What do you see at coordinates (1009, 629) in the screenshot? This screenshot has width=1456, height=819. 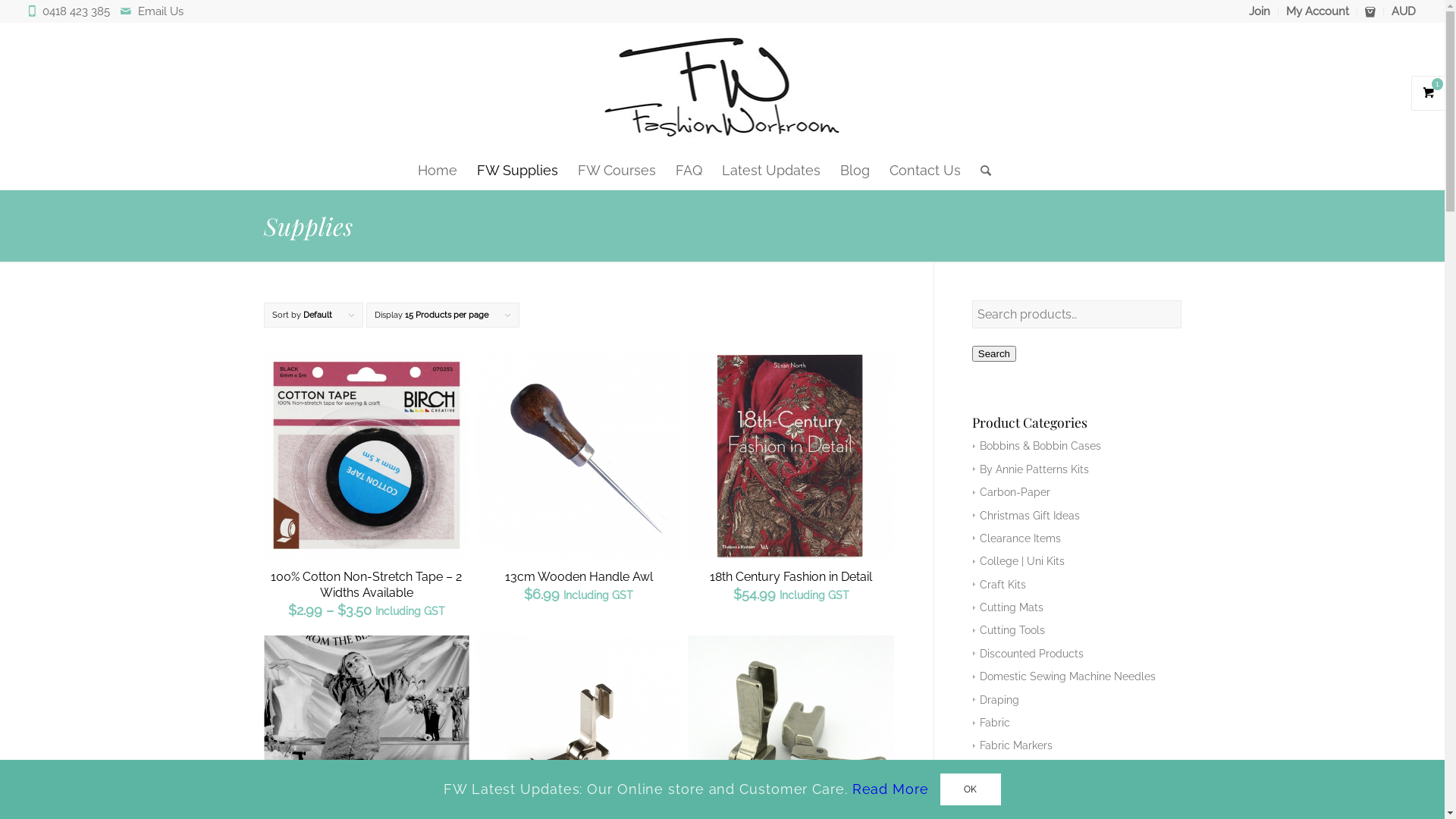 I see `'Cutting Tools'` at bounding box center [1009, 629].